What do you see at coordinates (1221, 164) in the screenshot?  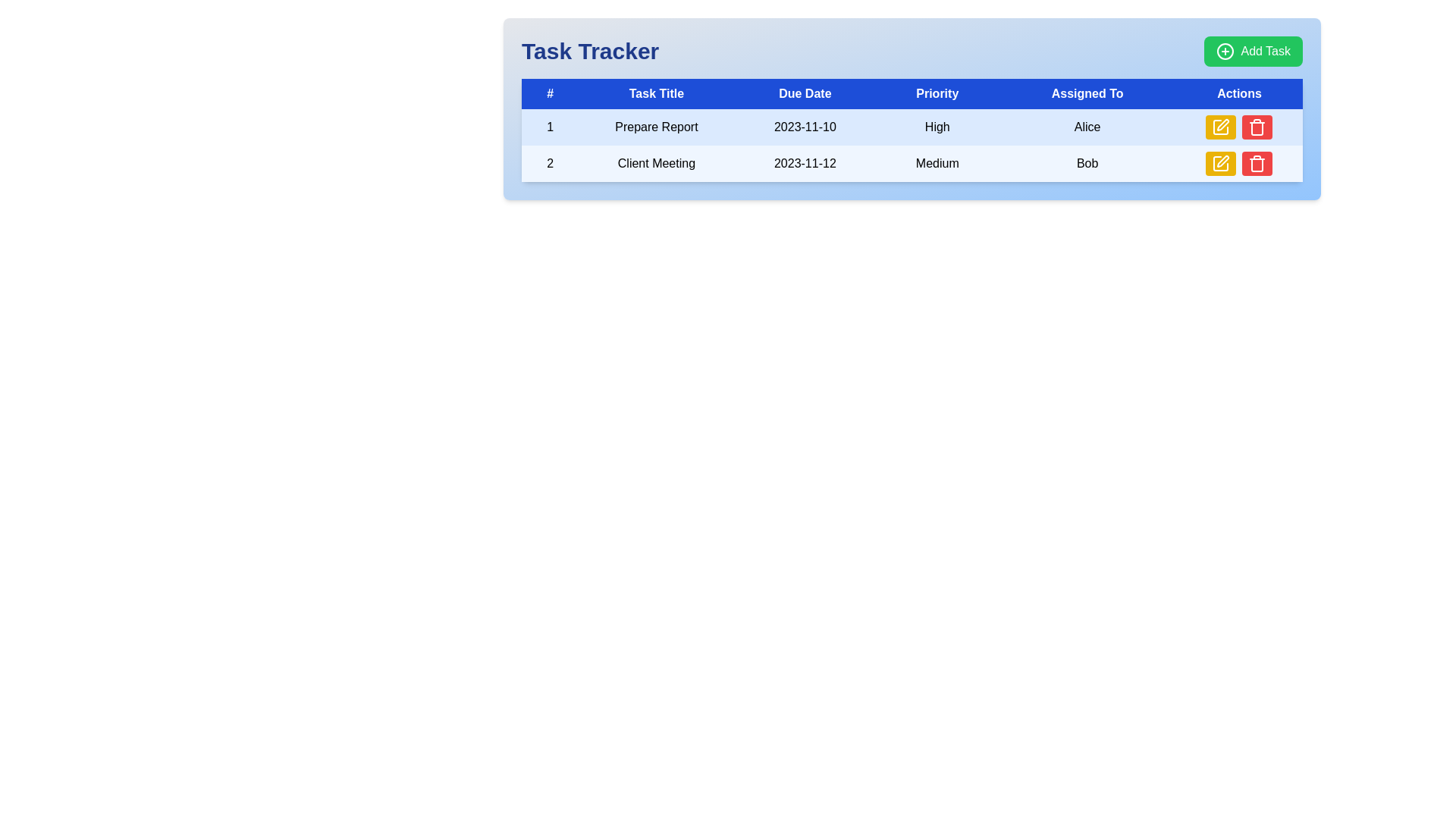 I see `the first button in the 'Actions' column of the second row in the table` at bounding box center [1221, 164].